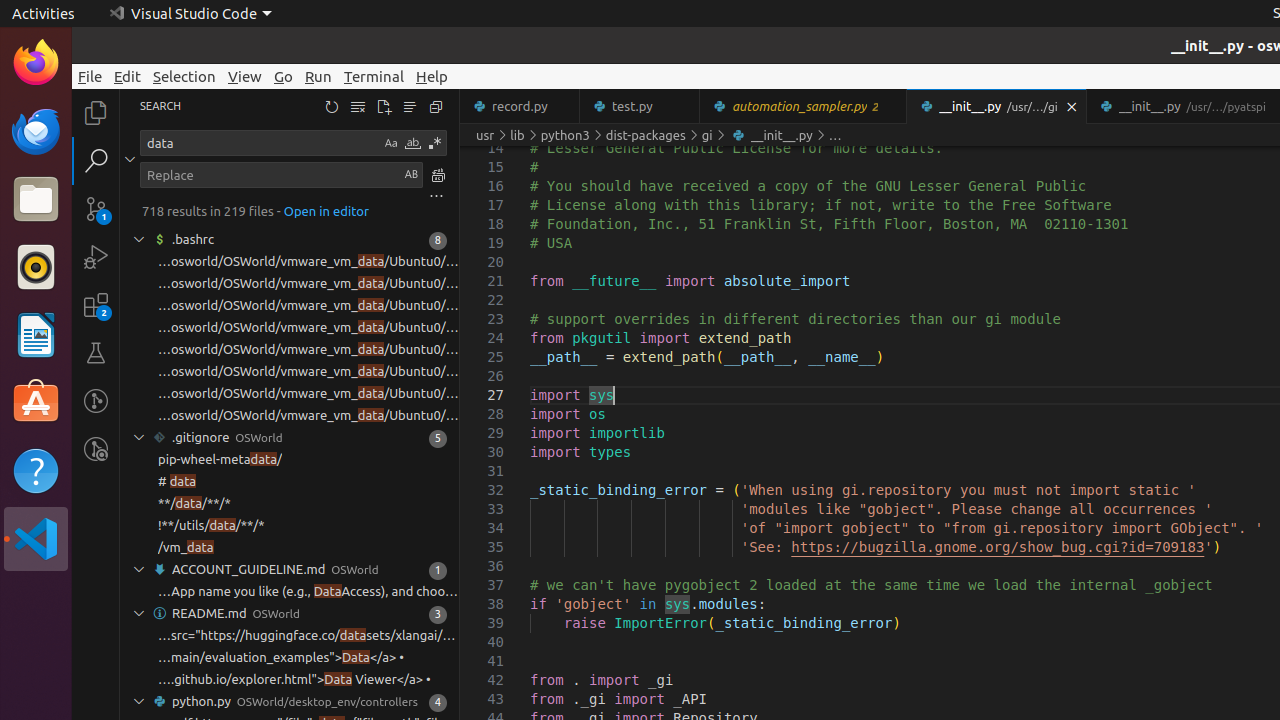  What do you see at coordinates (640, 106) in the screenshot?
I see `'test.py'` at bounding box center [640, 106].